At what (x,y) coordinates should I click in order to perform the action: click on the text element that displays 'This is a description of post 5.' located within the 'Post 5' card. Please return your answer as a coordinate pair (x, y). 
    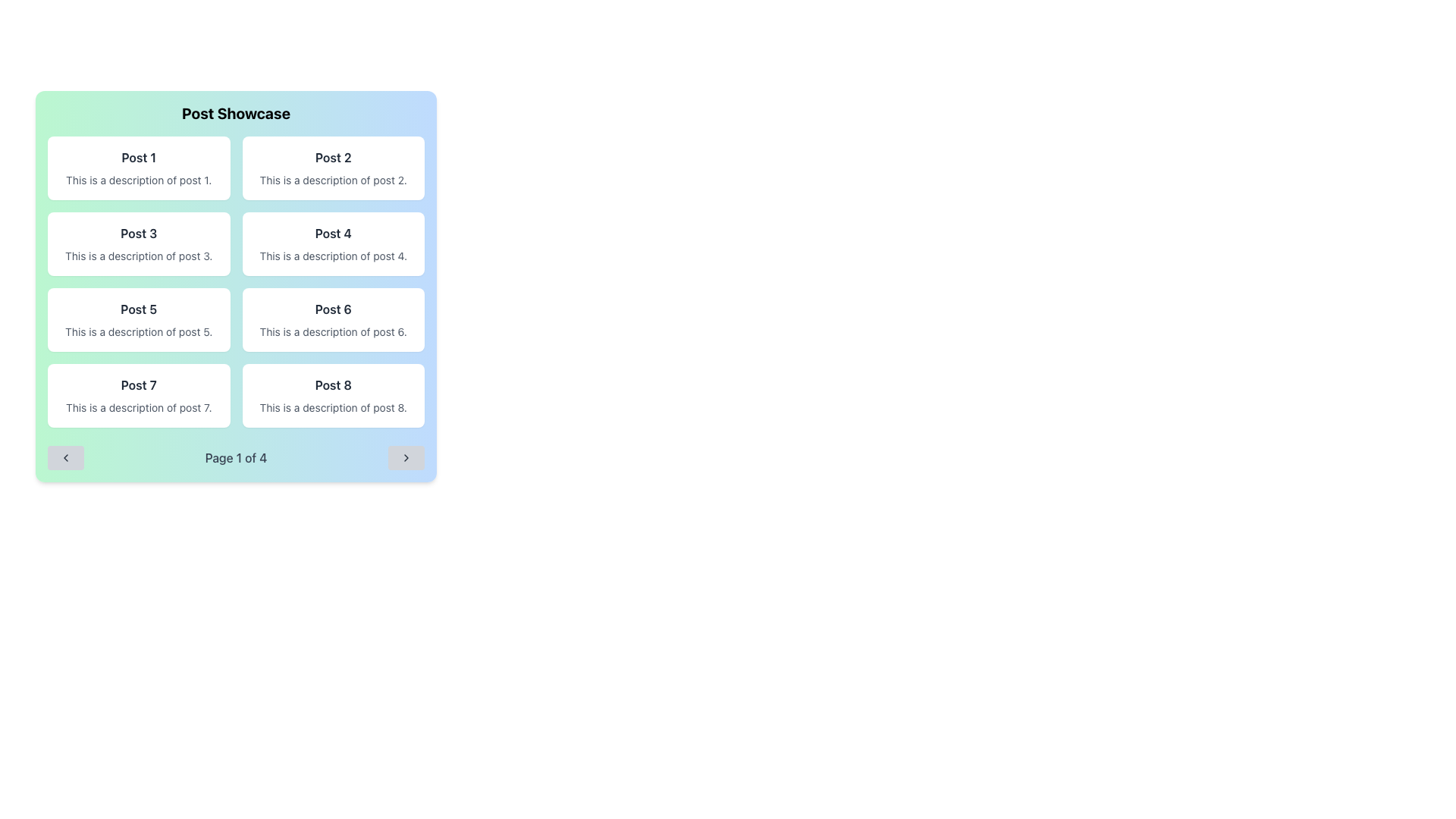
    Looking at the image, I should click on (139, 331).